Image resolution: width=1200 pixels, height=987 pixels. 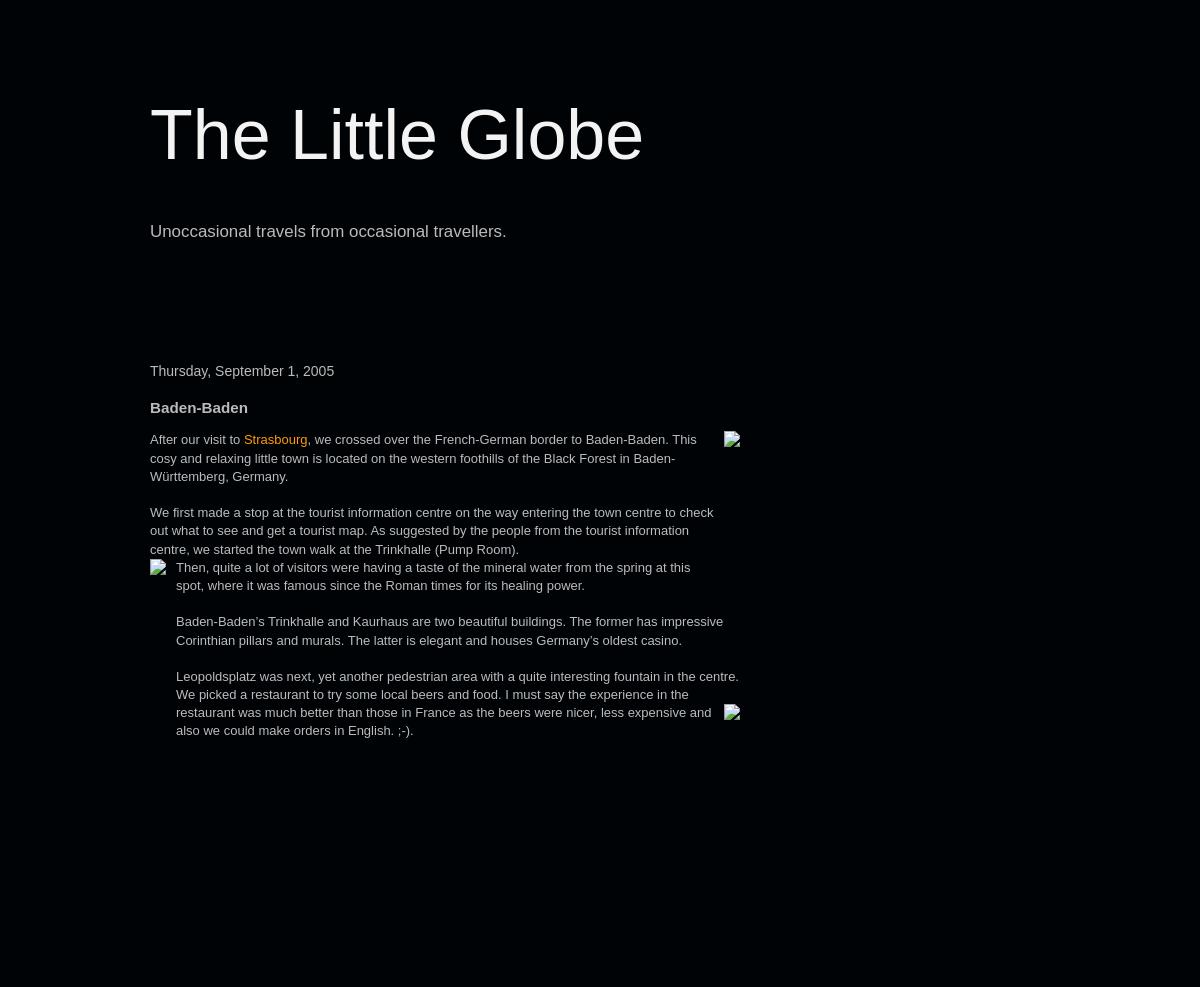 What do you see at coordinates (195, 438) in the screenshot?
I see `'After our visit to'` at bounding box center [195, 438].